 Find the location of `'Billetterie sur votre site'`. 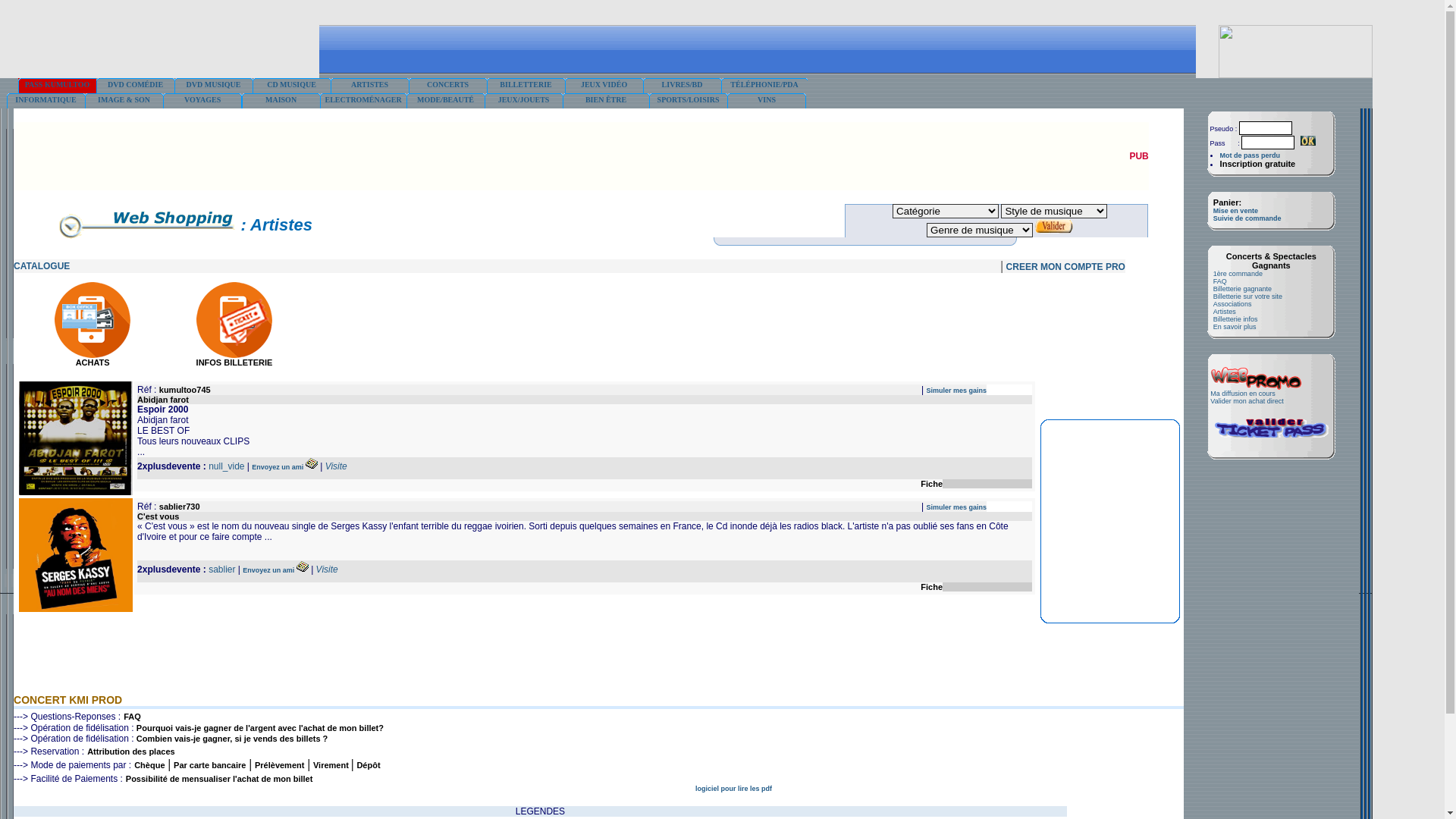

'Billetterie sur votre site' is located at coordinates (1212, 296).